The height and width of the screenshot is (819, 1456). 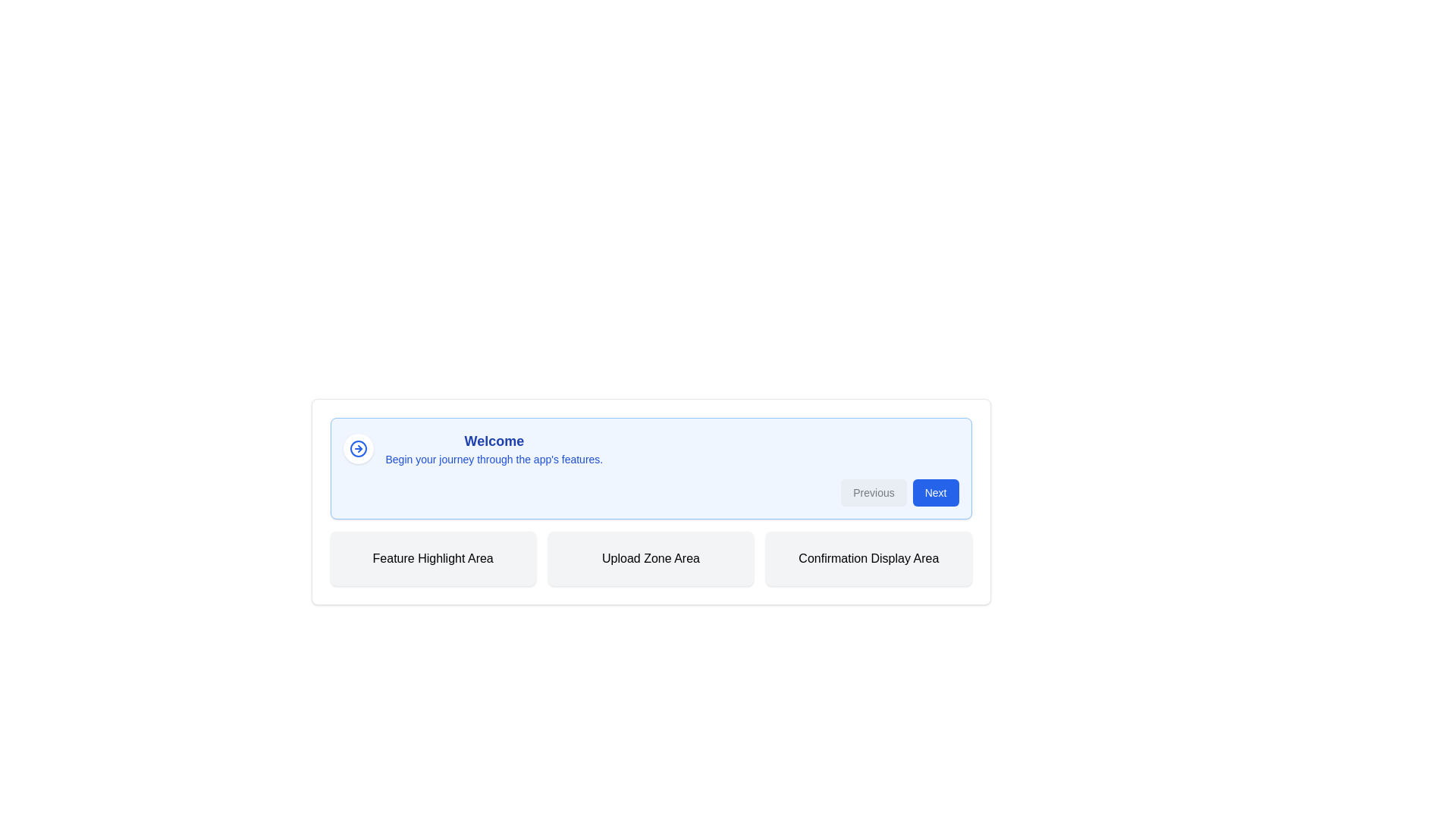 I want to click on the decorative circle element within the SVG graphic located in the bottom-right region of the centered panel, so click(x=357, y=447).